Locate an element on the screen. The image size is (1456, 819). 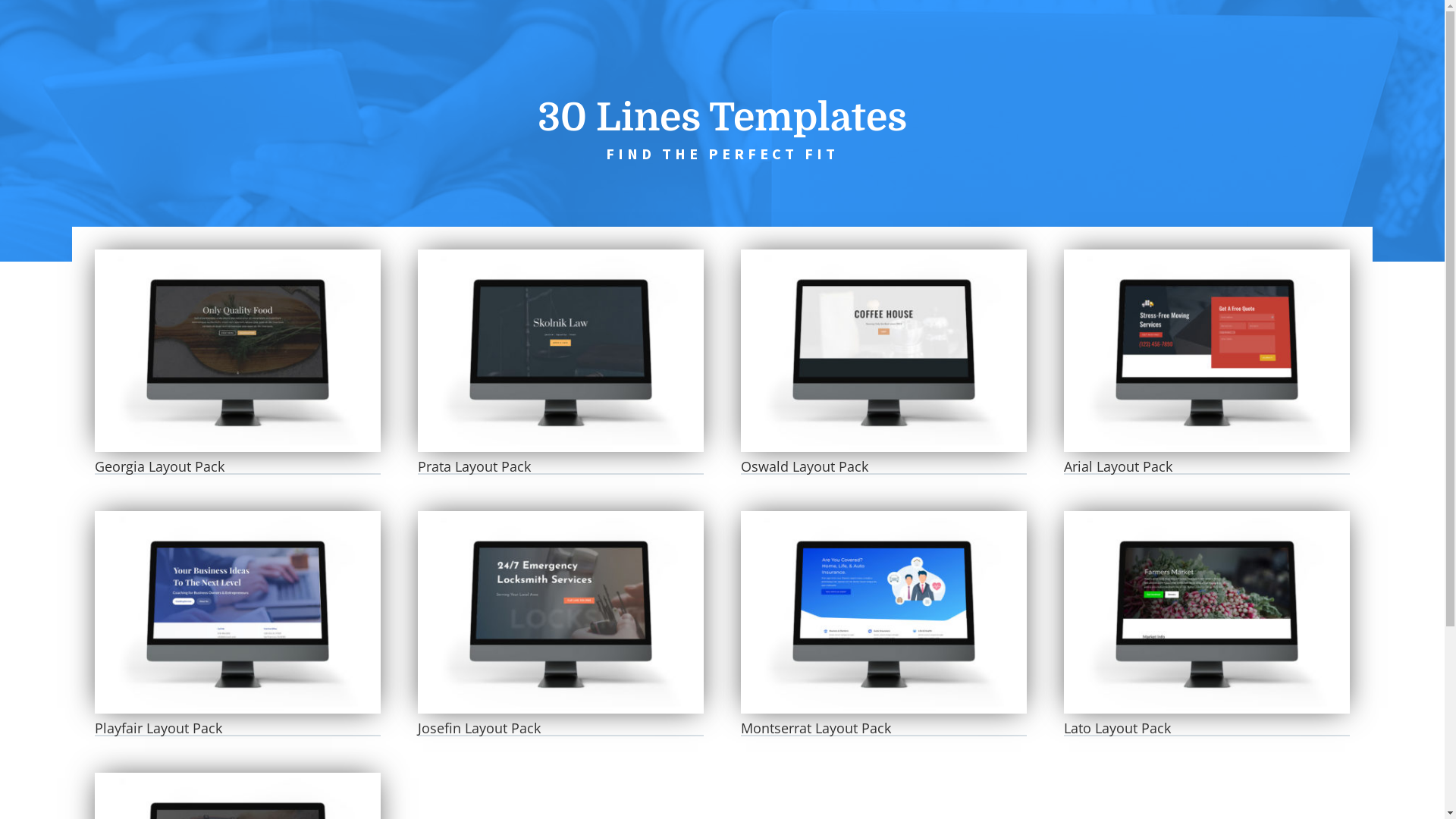
'Prata Layout Pack' is located at coordinates (560, 350).